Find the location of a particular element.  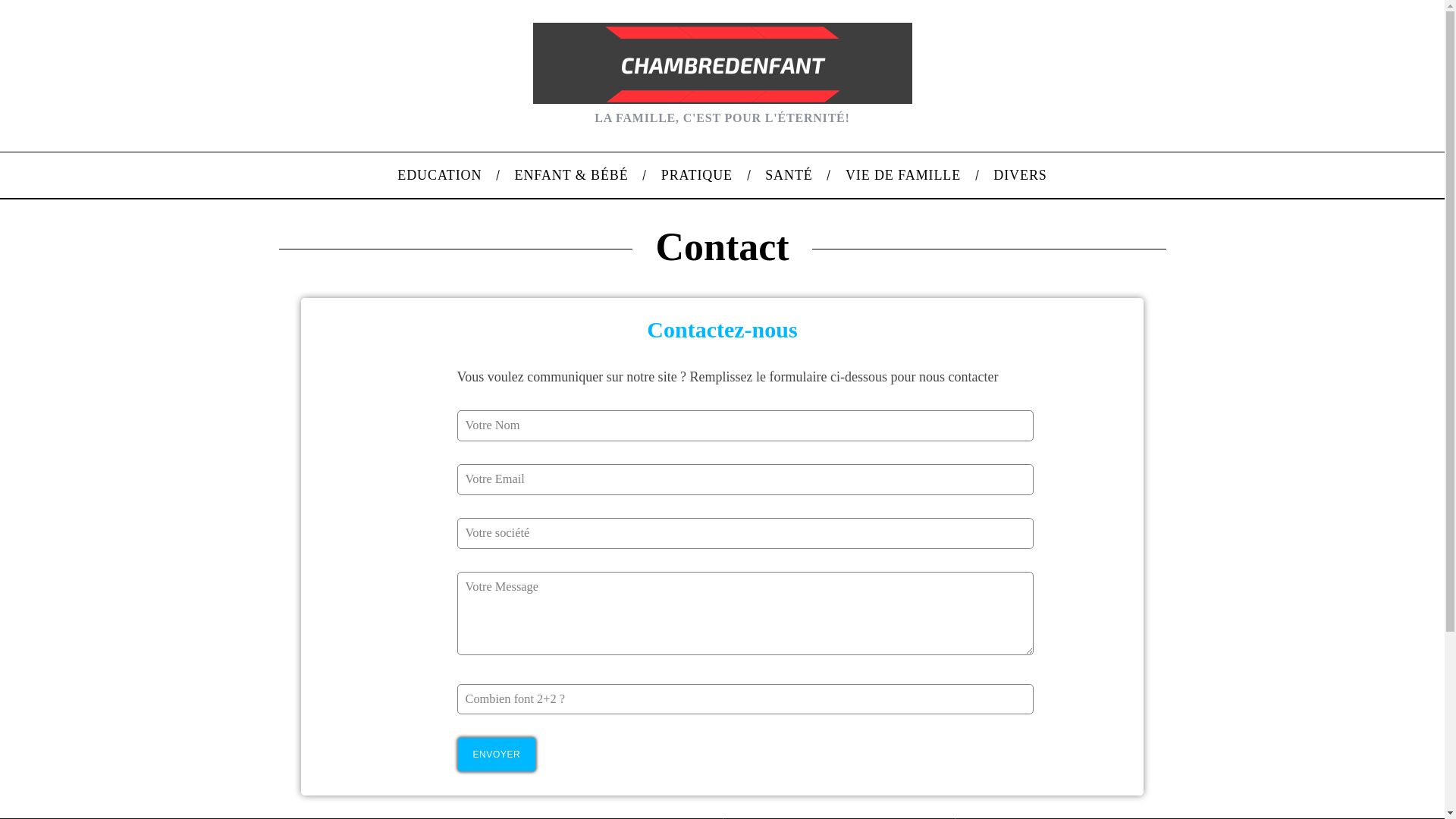

'EDUCATION' is located at coordinates (439, 174).